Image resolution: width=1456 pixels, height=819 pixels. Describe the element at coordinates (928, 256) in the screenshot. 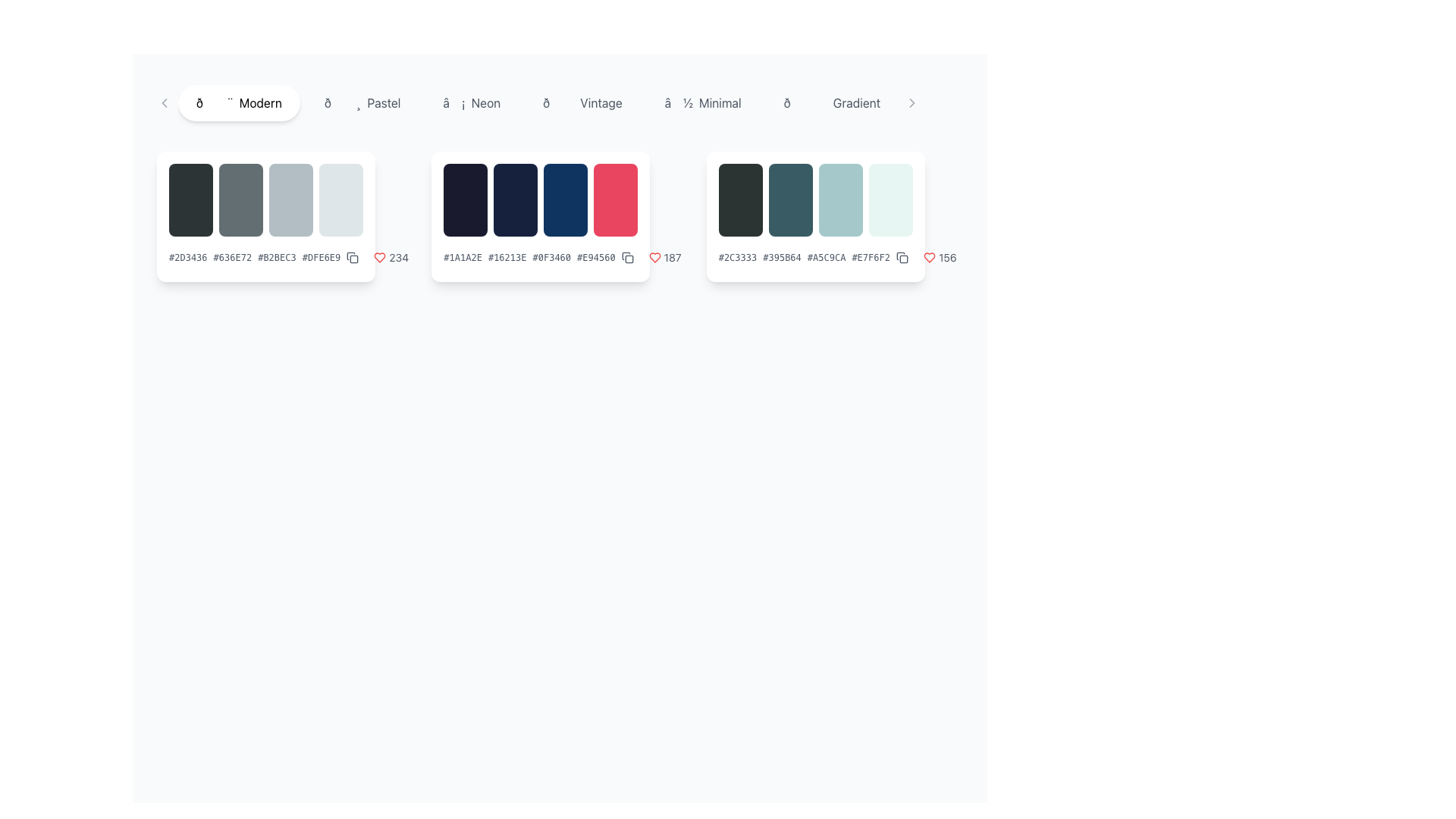

I see `the heart-shaped 'like' button located beneath the color palette with hex codes '#2C3333', '#395B64', '#A5C9CA', and '#E7F6F2' to register a 'like'` at that location.